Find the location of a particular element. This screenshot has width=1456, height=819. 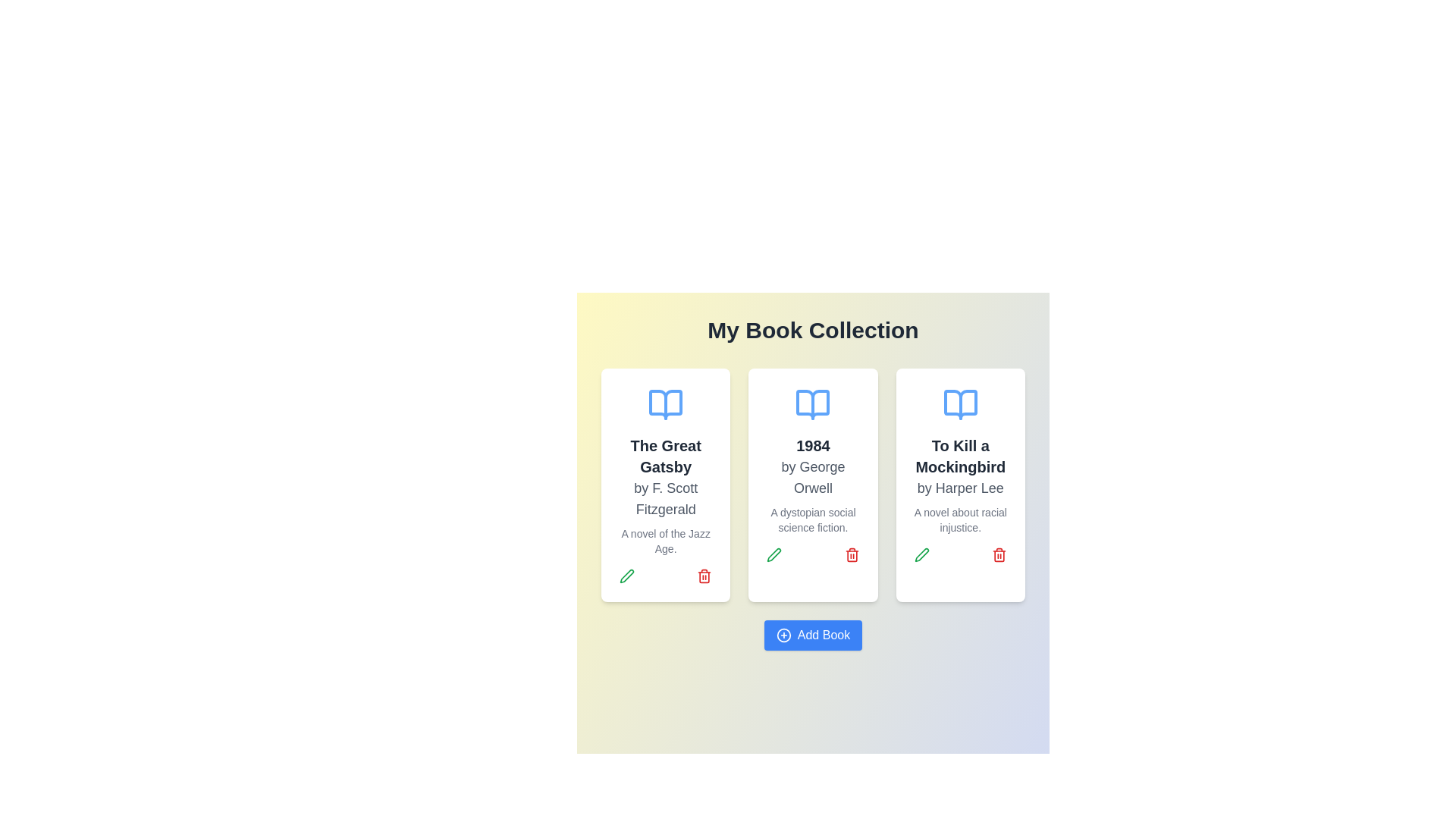

the static text element that reads 'A dystopian social science fiction.' located below the title '1984' and author 'by George Orwell' within the middle card of a three-card row layout is located at coordinates (812, 519).